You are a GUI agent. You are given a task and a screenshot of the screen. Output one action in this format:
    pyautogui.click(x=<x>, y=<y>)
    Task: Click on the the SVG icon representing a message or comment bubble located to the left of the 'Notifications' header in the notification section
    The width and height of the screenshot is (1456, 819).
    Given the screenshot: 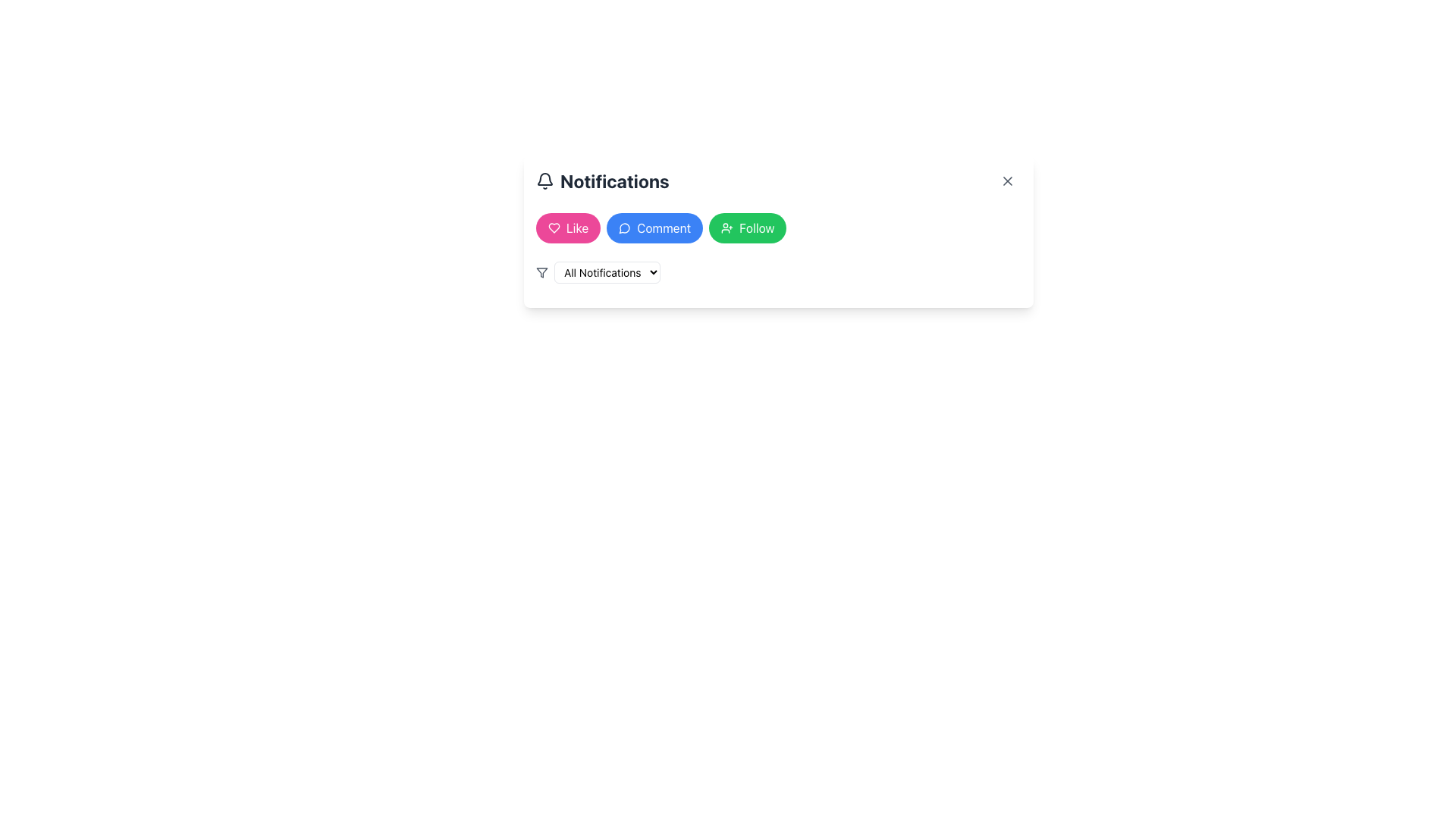 What is the action you would take?
    pyautogui.click(x=624, y=228)
    